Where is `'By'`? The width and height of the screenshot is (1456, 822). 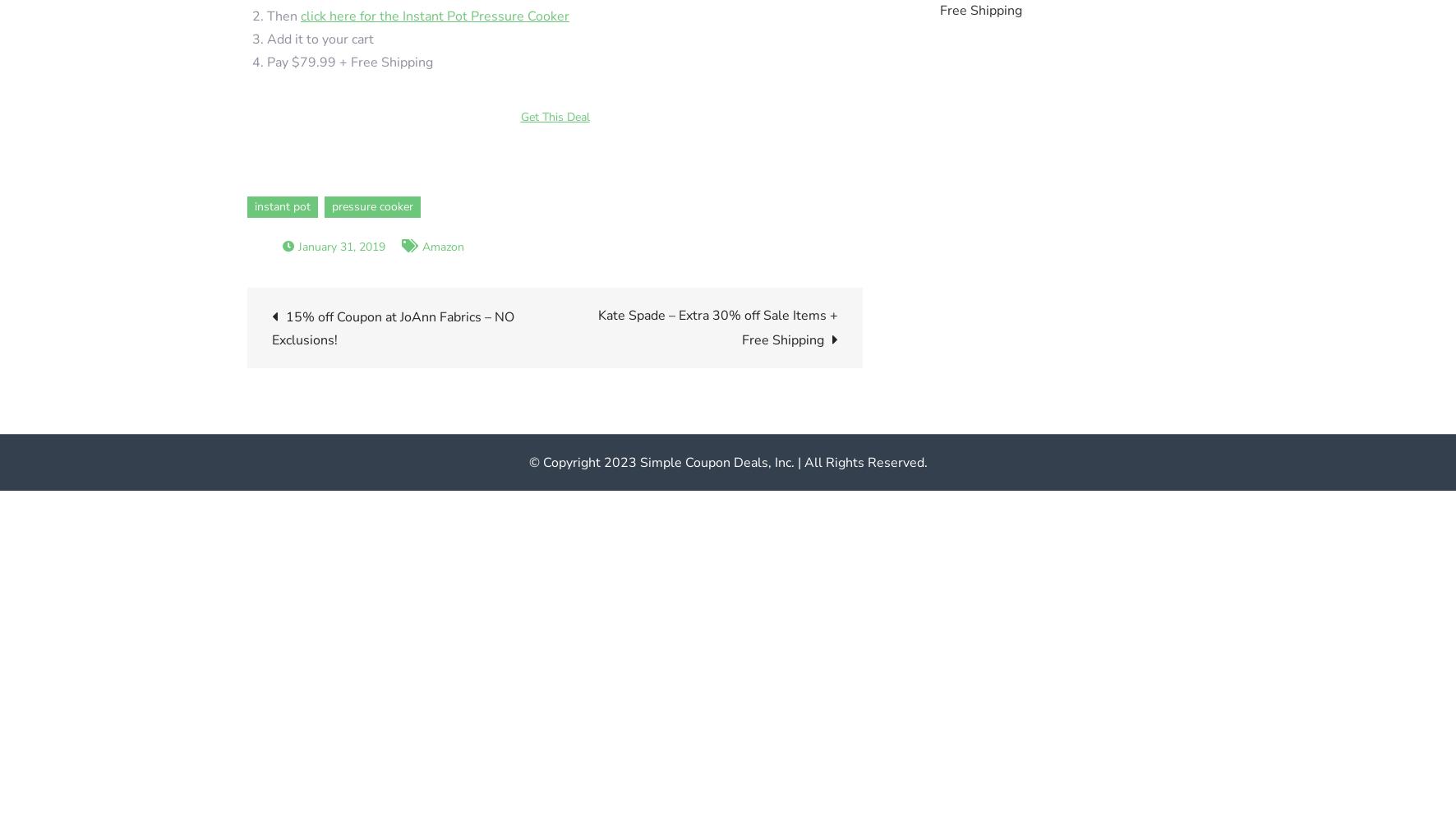
'By' is located at coordinates (256, 247).